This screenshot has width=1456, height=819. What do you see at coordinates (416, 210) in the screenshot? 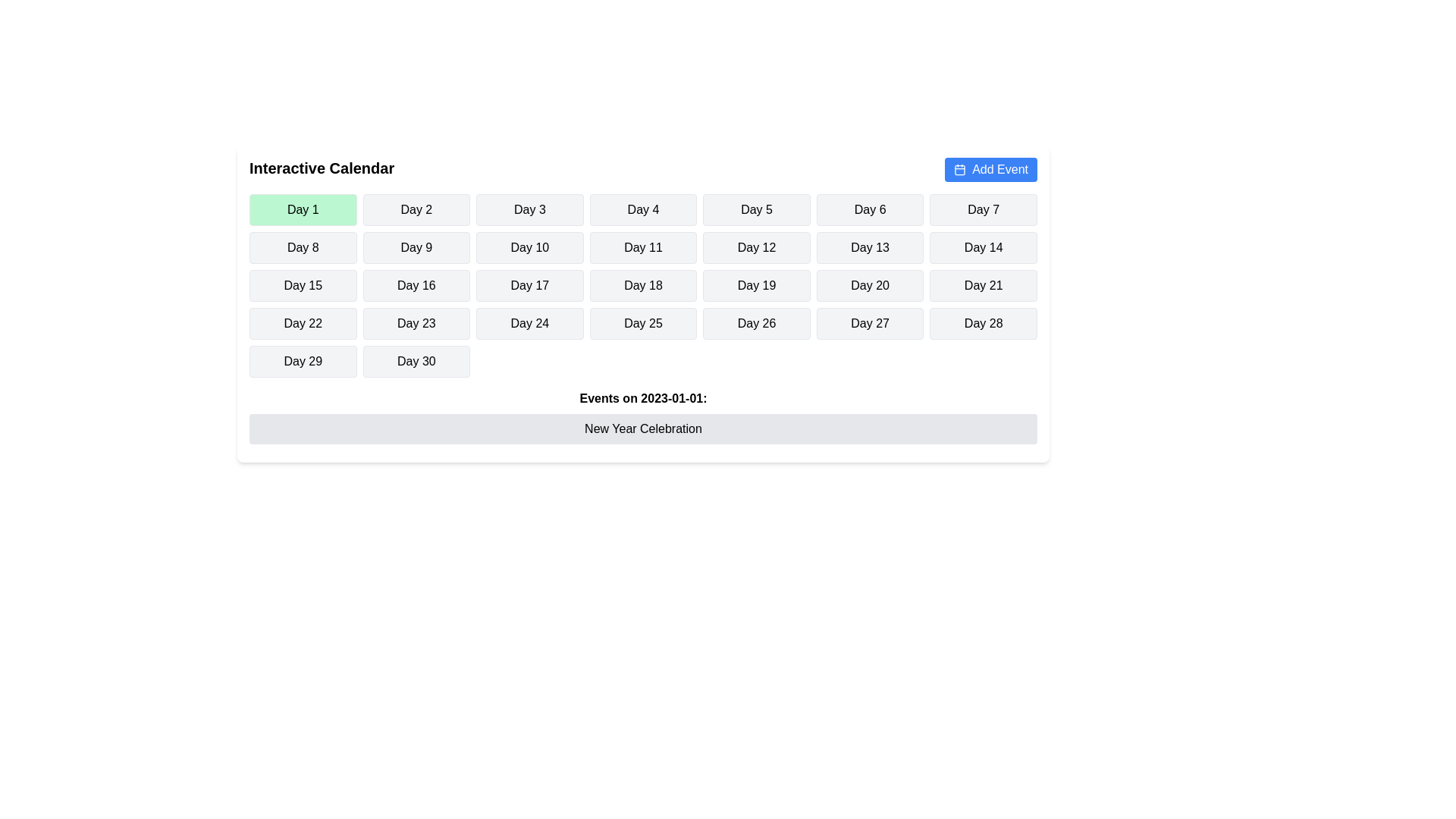
I see `the rectangular button labeled 'Day 2' with a light gray background and slightly rounded corners, located in the first row of a grid layout, second cell from the left` at bounding box center [416, 210].